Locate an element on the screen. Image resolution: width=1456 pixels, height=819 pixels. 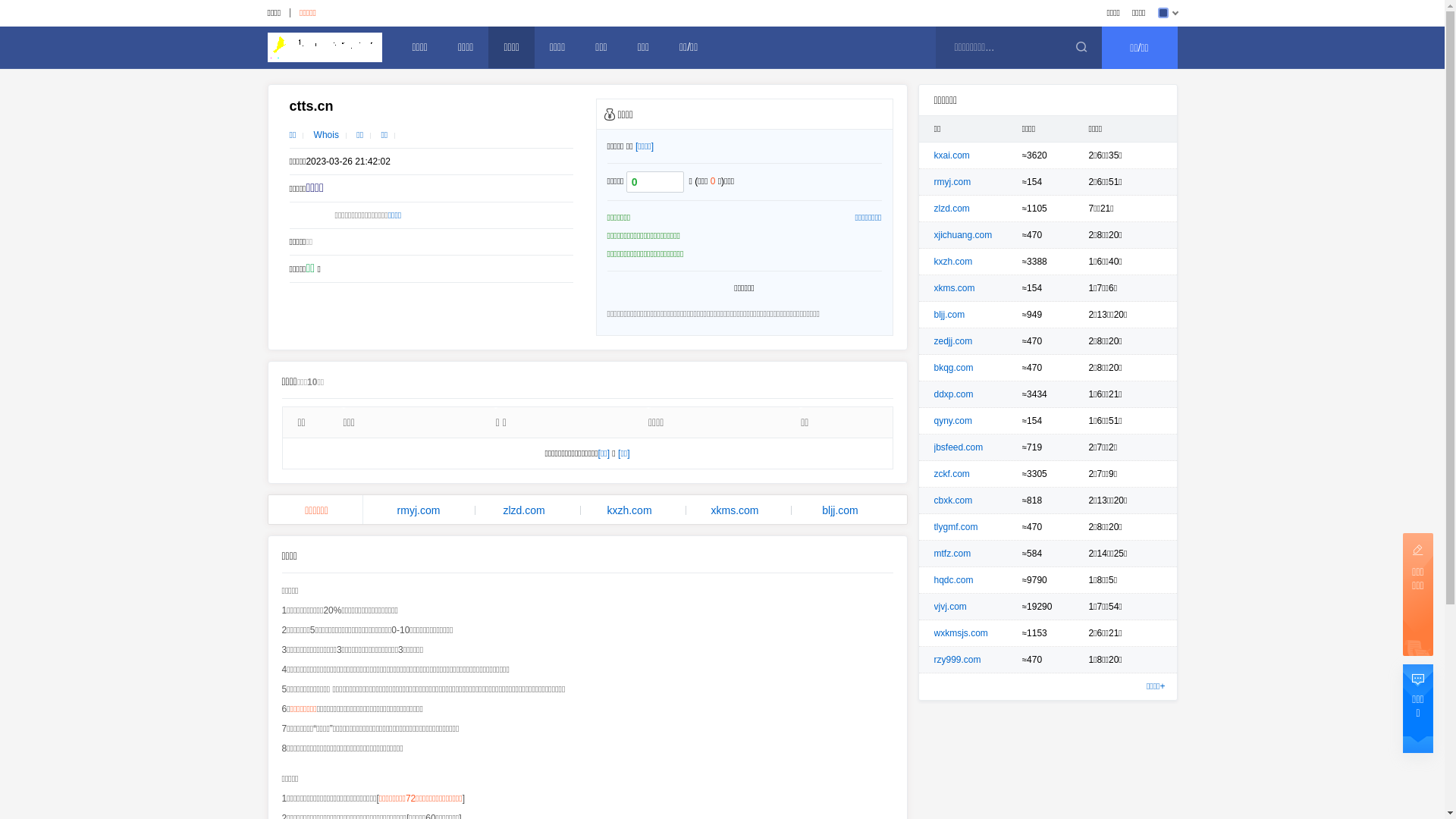
'wxkmsjs.com' is located at coordinates (960, 632).